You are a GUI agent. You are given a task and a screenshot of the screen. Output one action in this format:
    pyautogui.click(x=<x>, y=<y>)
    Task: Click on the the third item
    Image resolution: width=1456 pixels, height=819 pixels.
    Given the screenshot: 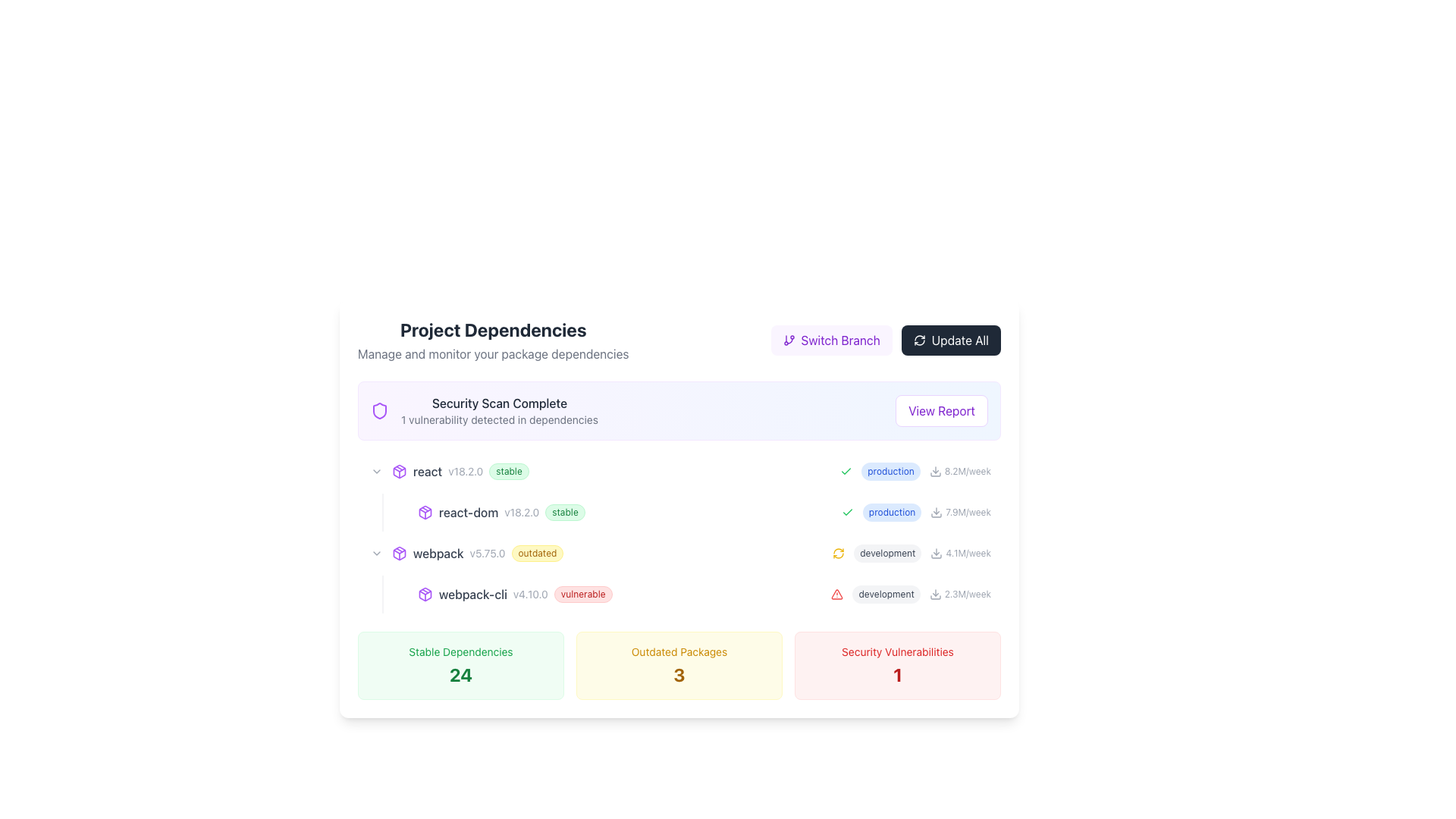 What is the action you would take?
    pyautogui.click(x=679, y=573)
    